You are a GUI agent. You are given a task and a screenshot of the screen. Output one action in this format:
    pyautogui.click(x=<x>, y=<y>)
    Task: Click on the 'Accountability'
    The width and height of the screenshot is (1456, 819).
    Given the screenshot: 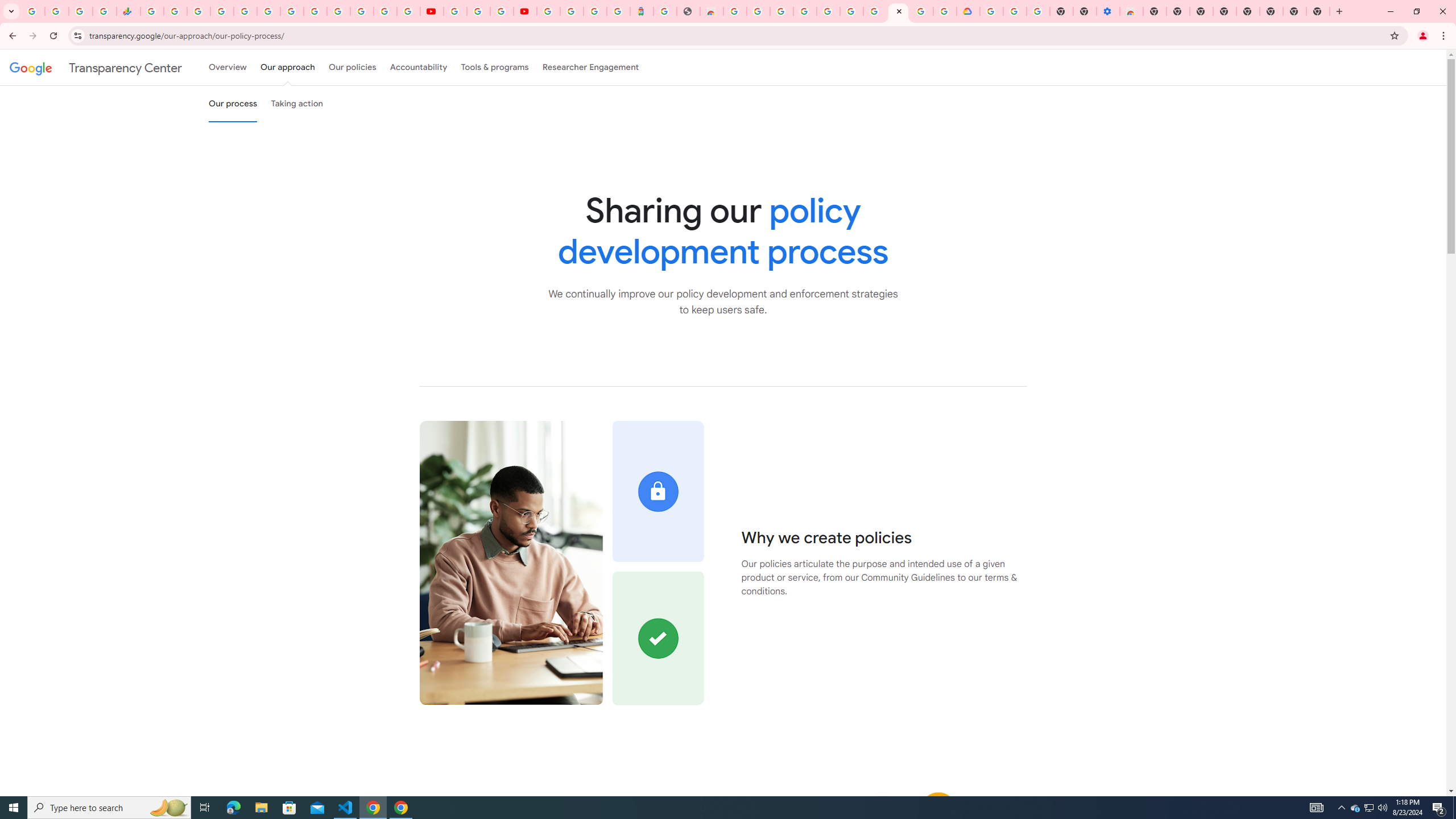 What is the action you would take?
    pyautogui.click(x=418, y=67)
    